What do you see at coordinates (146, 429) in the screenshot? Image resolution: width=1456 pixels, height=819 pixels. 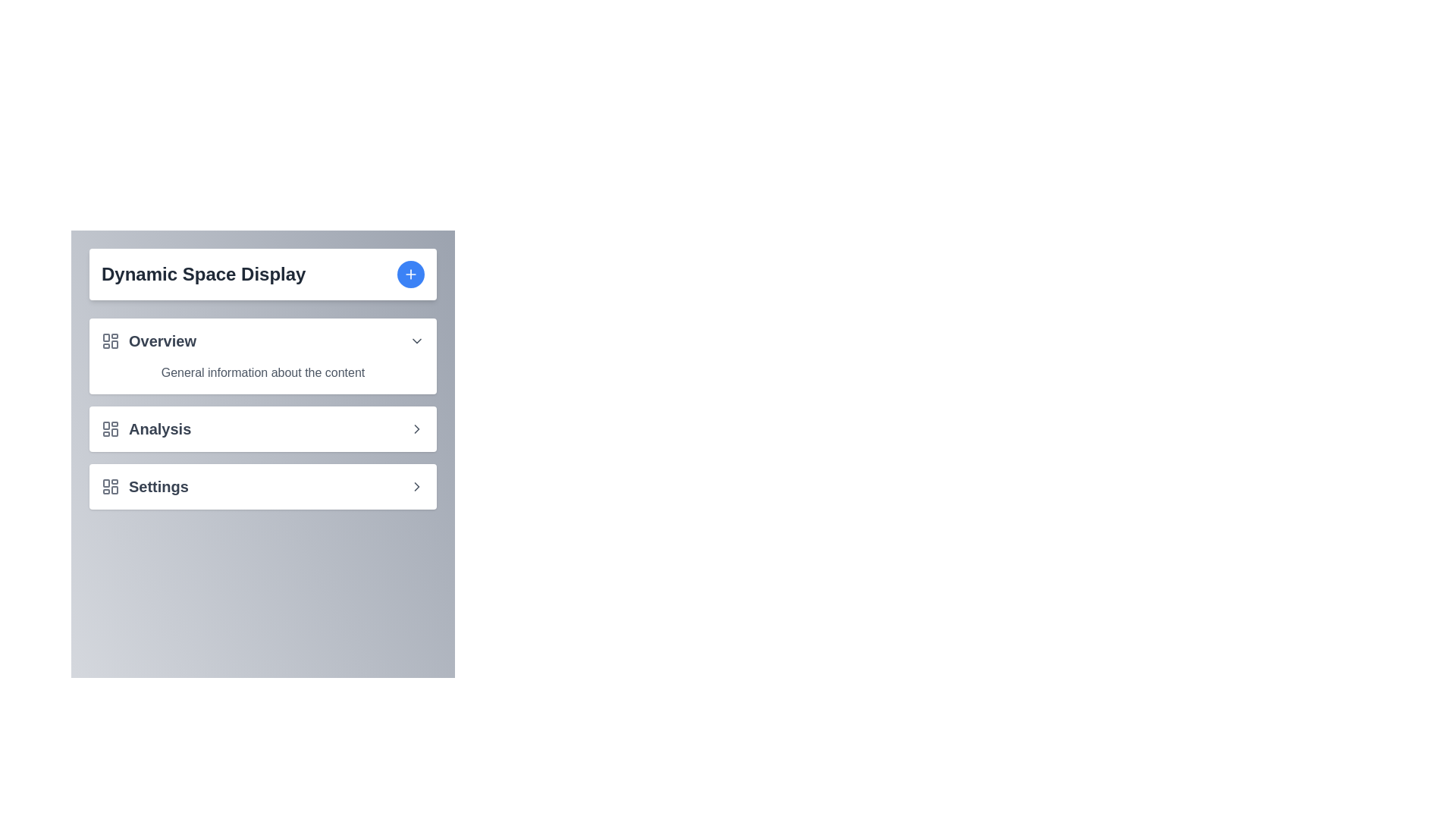 I see `the navigation item in the sidebar that combines an icon and a label, positioned as the second item in the list` at bounding box center [146, 429].